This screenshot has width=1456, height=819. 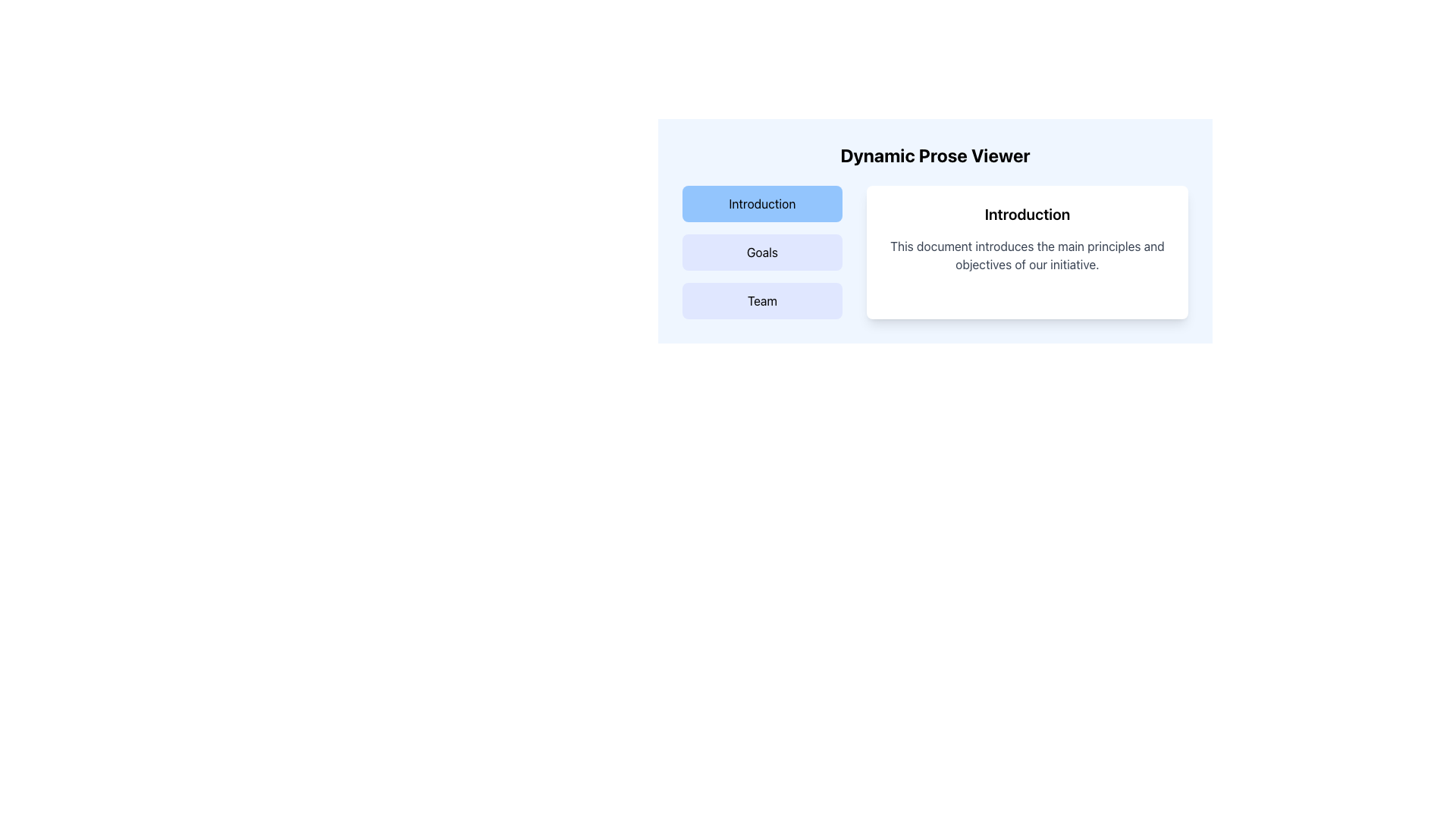 I want to click on the 'Goals' button, the middle button in a vertical stack of three buttons, so click(x=762, y=251).